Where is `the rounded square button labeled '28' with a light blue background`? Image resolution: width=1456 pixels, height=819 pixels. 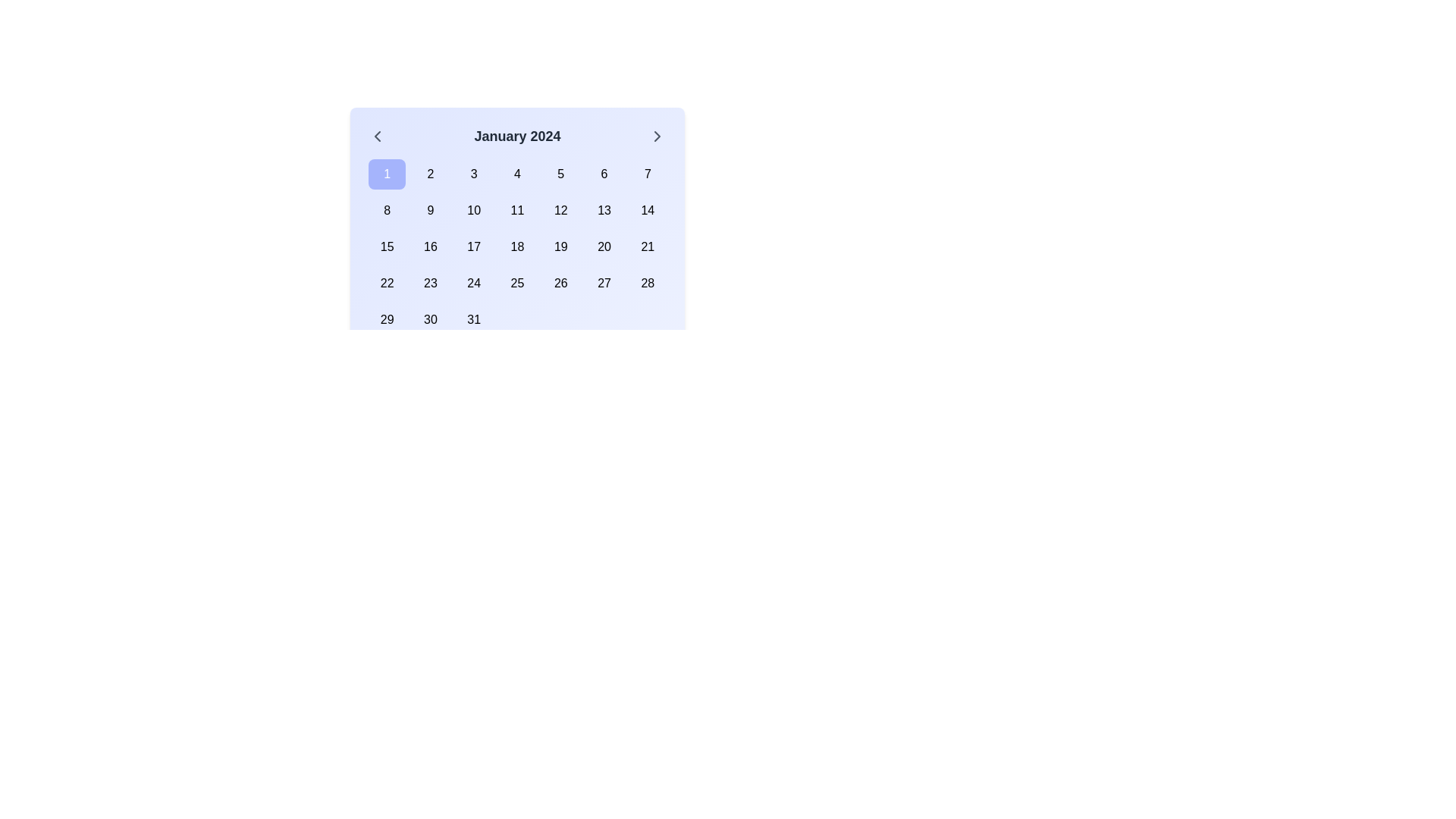 the rounded square button labeled '28' with a light blue background is located at coordinates (648, 284).